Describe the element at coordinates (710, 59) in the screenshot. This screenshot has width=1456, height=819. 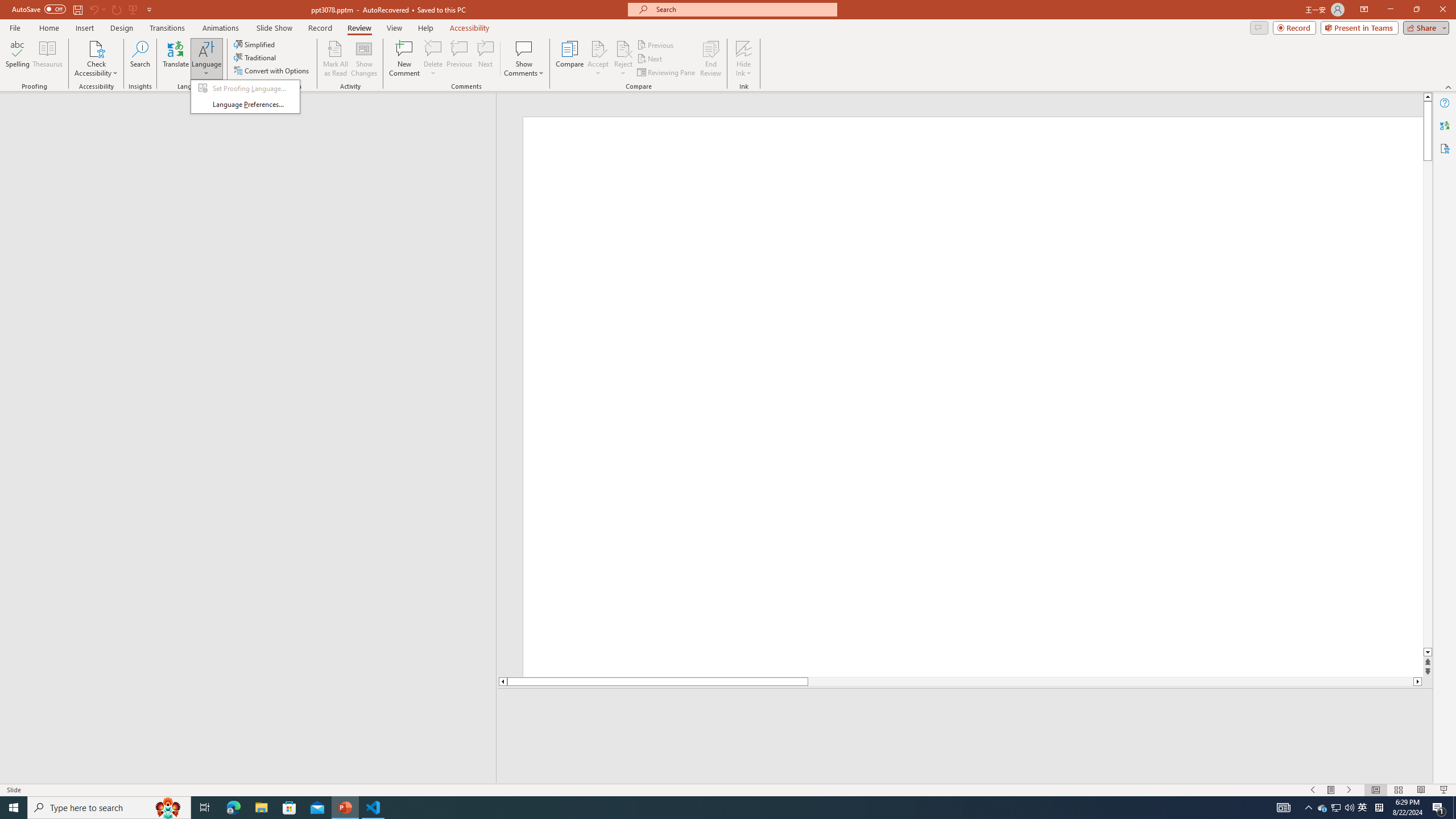
I see `'End Review'` at that location.